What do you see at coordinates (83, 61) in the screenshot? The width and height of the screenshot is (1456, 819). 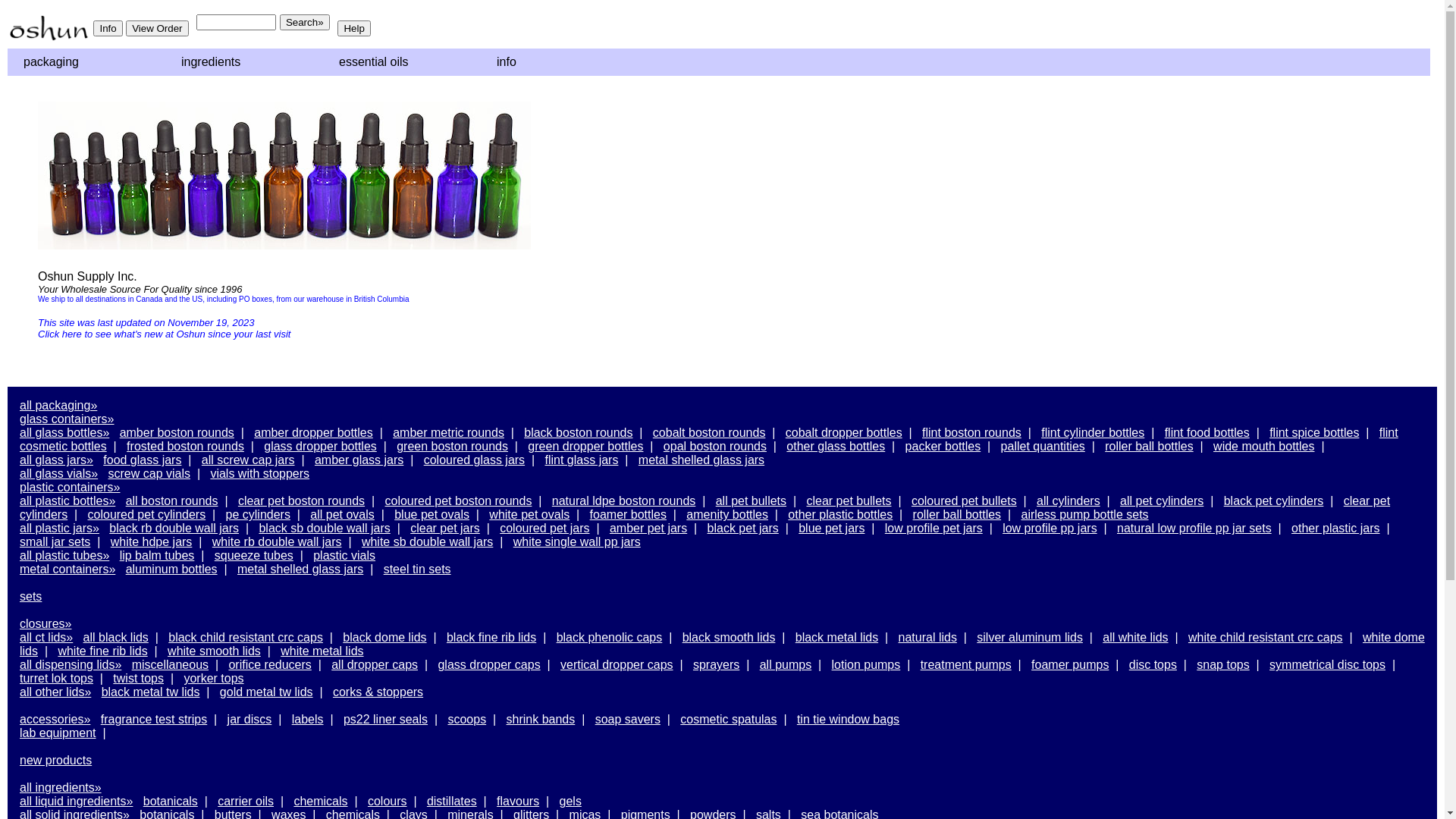 I see `'packaging'` at bounding box center [83, 61].